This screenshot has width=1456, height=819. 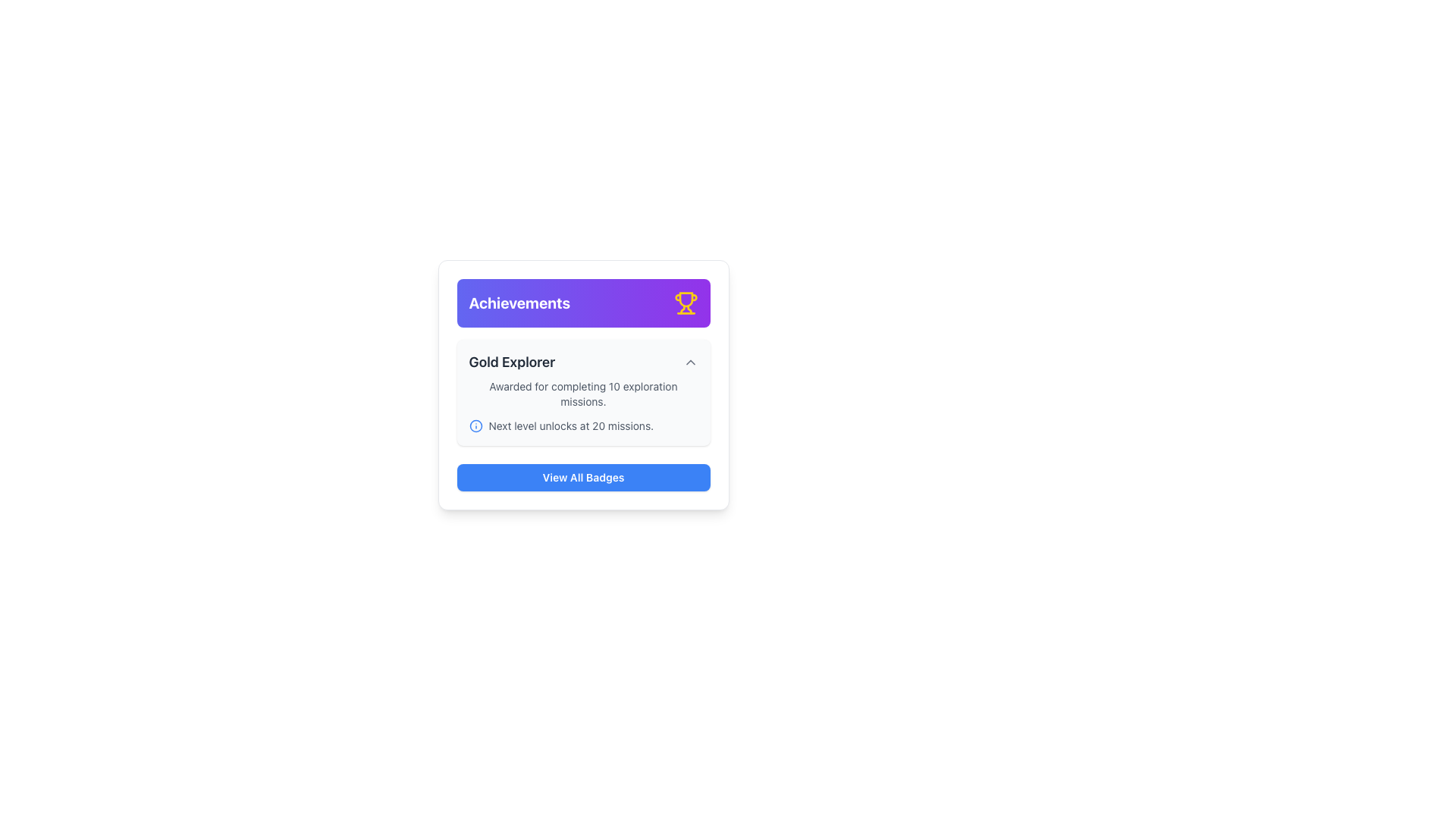 I want to click on the decorative icon located on the top-right corner of the purple header bar labeled 'Achievements', which symbolizes the section's purpose, so click(x=685, y=303).